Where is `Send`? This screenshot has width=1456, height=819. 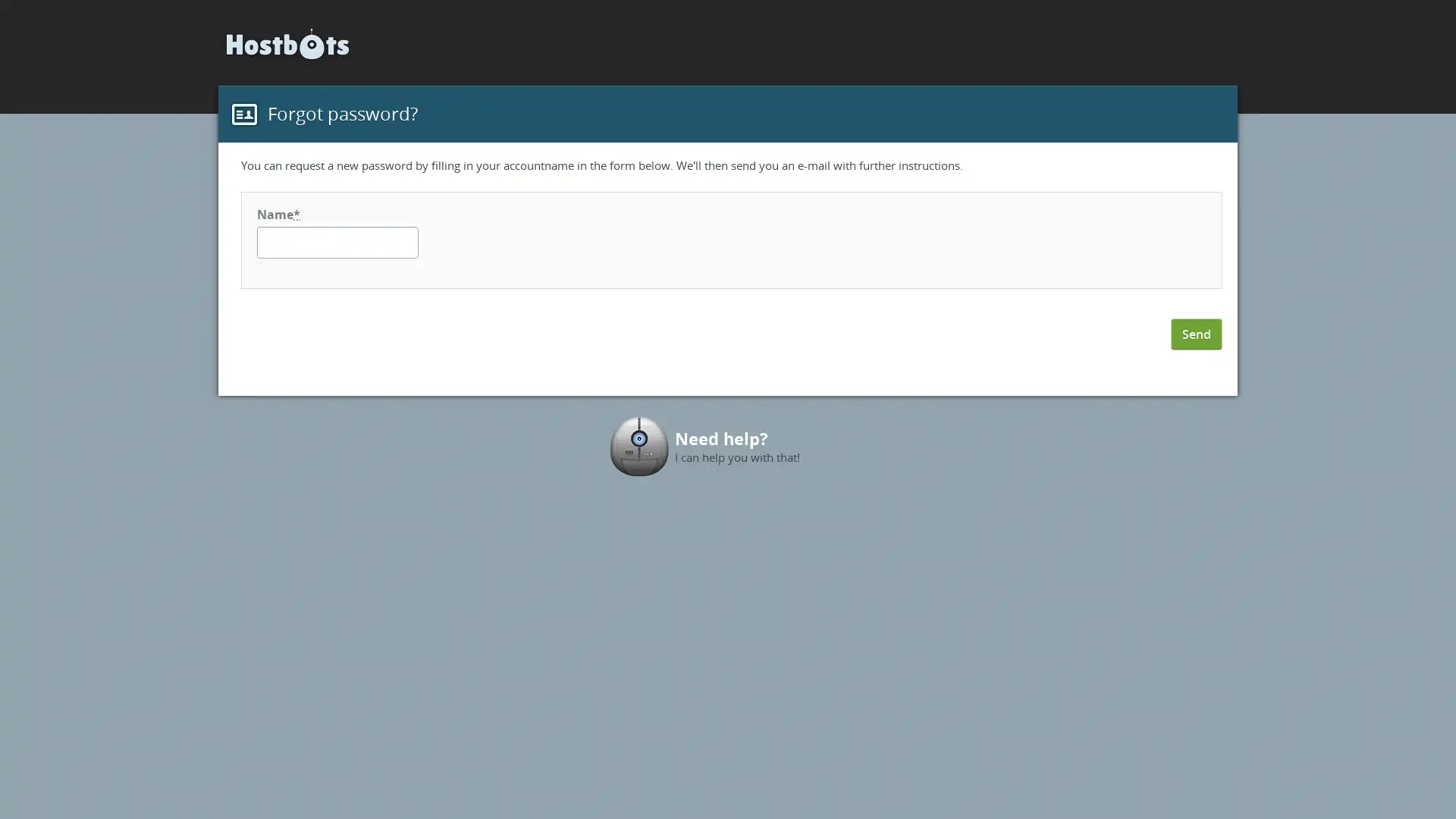
Send is located at coordinates (1196, 332).